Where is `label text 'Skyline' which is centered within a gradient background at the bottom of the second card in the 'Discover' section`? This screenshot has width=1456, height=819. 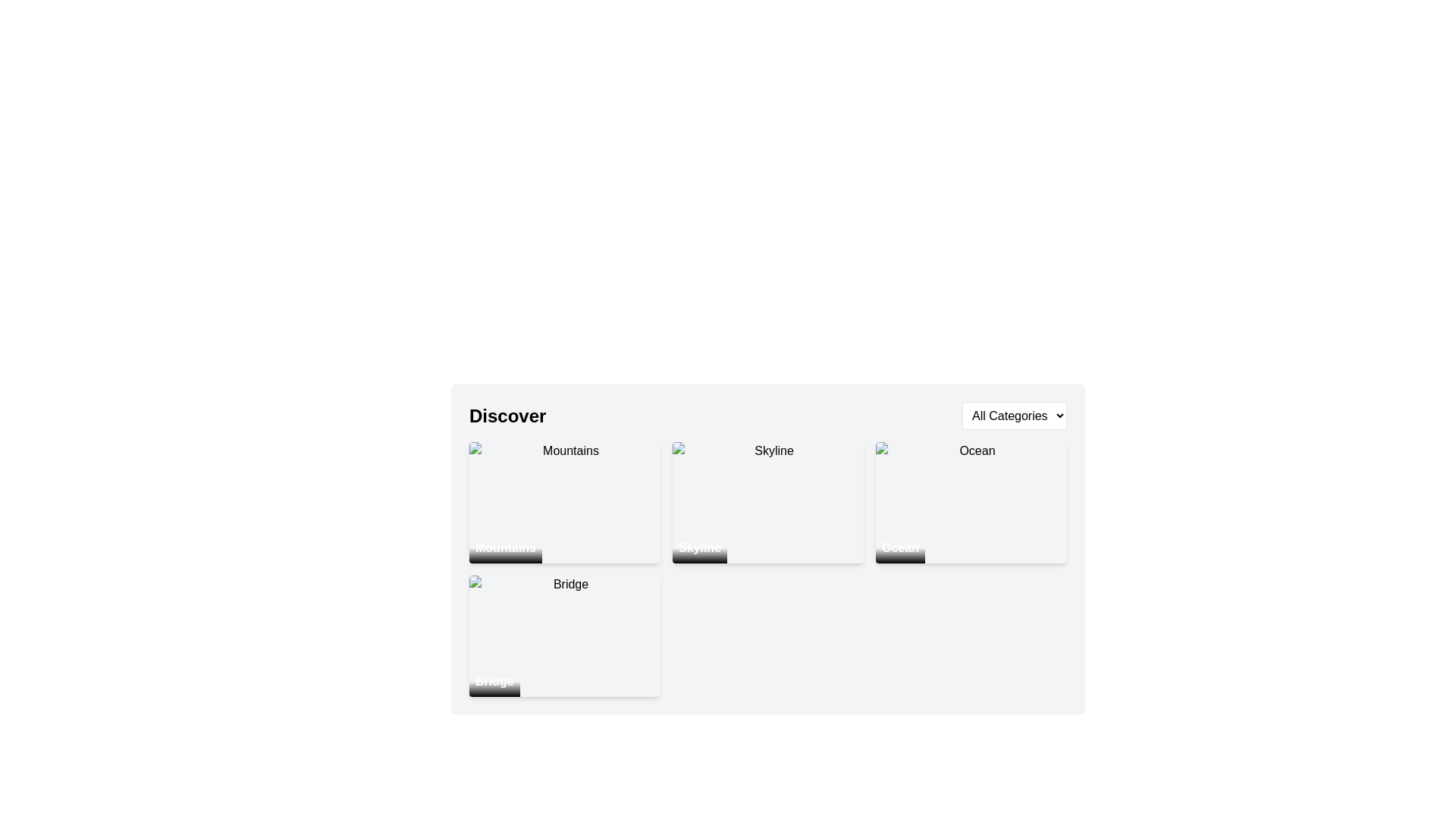
label text 'Skyline' which is centered within a gradient background at the bottom of the second card in the 'Discover' section is located at coordinates (698, 548).